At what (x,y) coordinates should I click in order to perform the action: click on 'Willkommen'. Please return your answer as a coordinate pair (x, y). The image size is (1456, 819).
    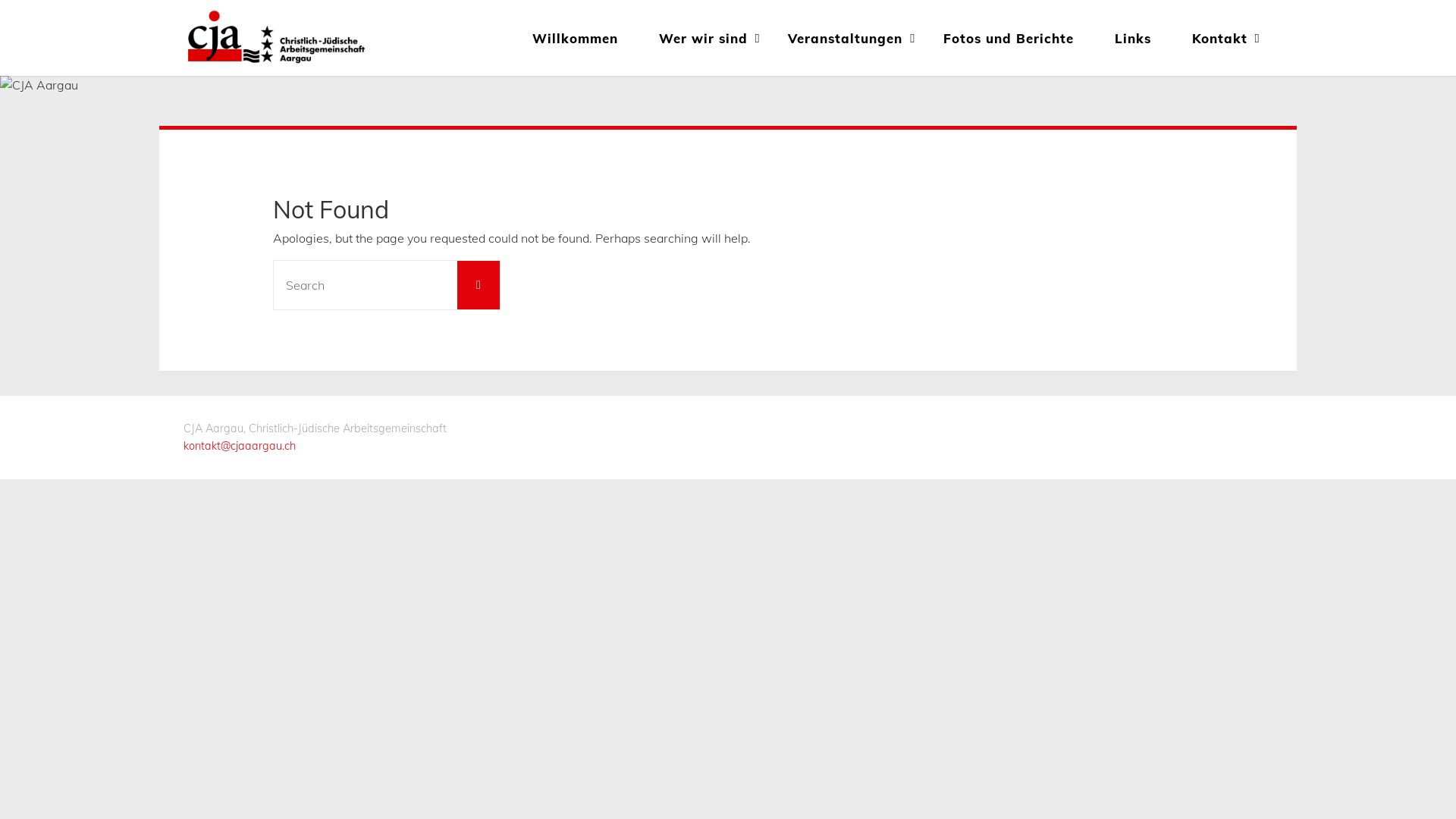
    Looking at the image, I should click on (574, 37).